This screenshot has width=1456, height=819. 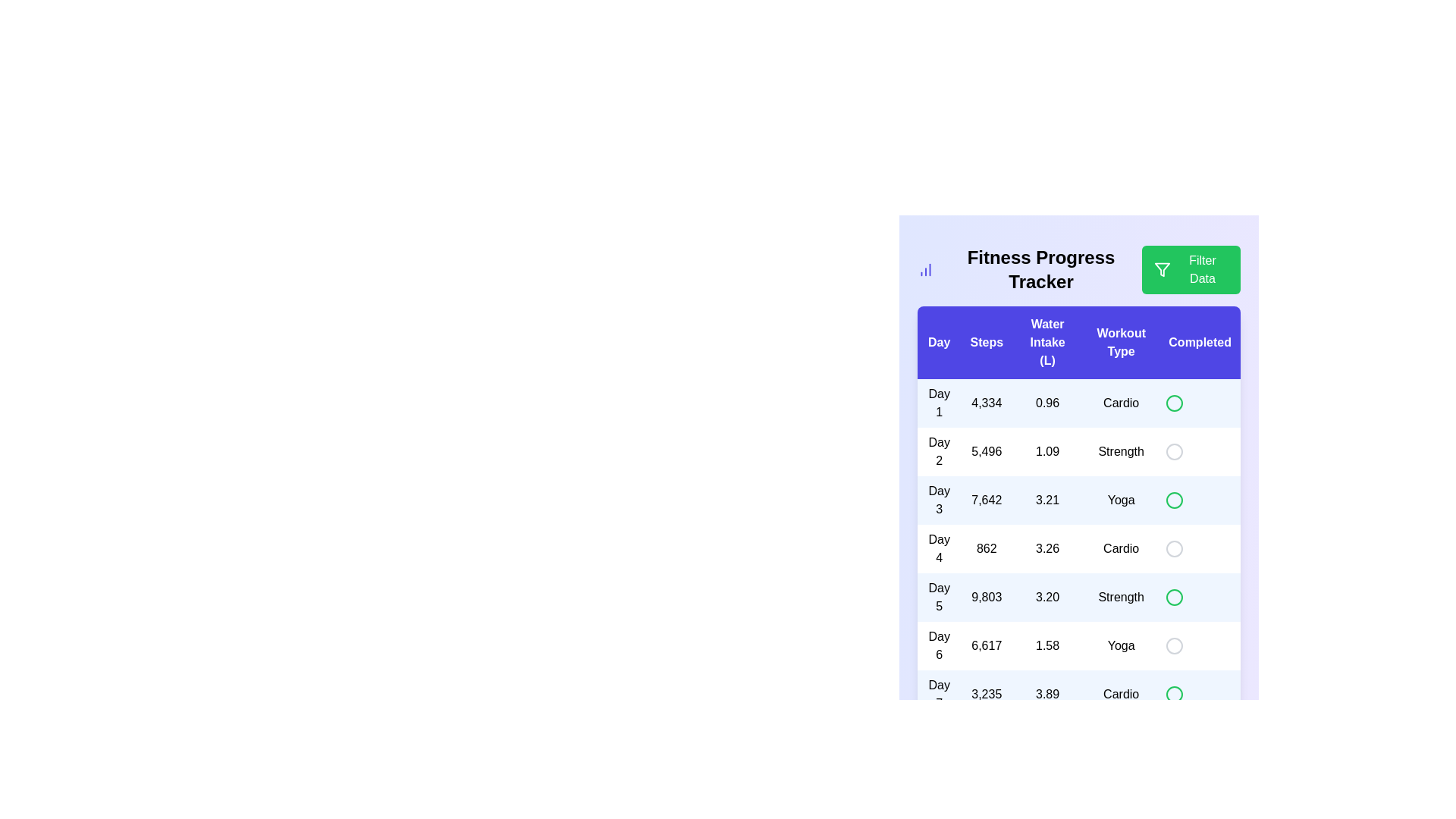 What do you see at coordinates (987, 342) in the screenshot?
I see `the header of the column 'Steps' to sort the table by that column` at bounding box center [987, 342].